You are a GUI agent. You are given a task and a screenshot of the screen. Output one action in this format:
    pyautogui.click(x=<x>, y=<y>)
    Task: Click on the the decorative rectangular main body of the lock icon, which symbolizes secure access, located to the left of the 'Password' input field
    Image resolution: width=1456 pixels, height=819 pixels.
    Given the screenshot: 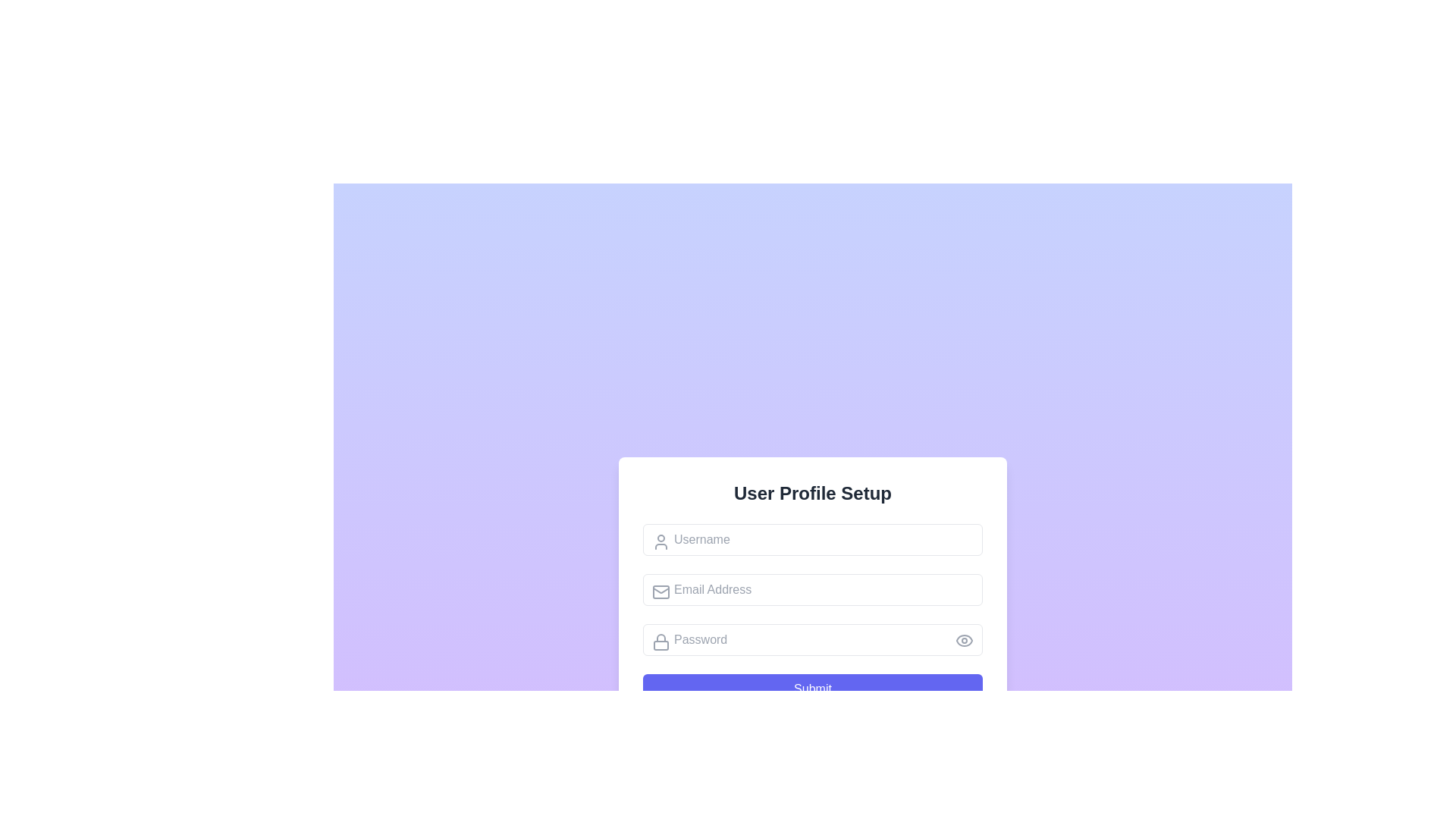 What is the action you would take?
    pyautogui.click(x=661, y=645)
    